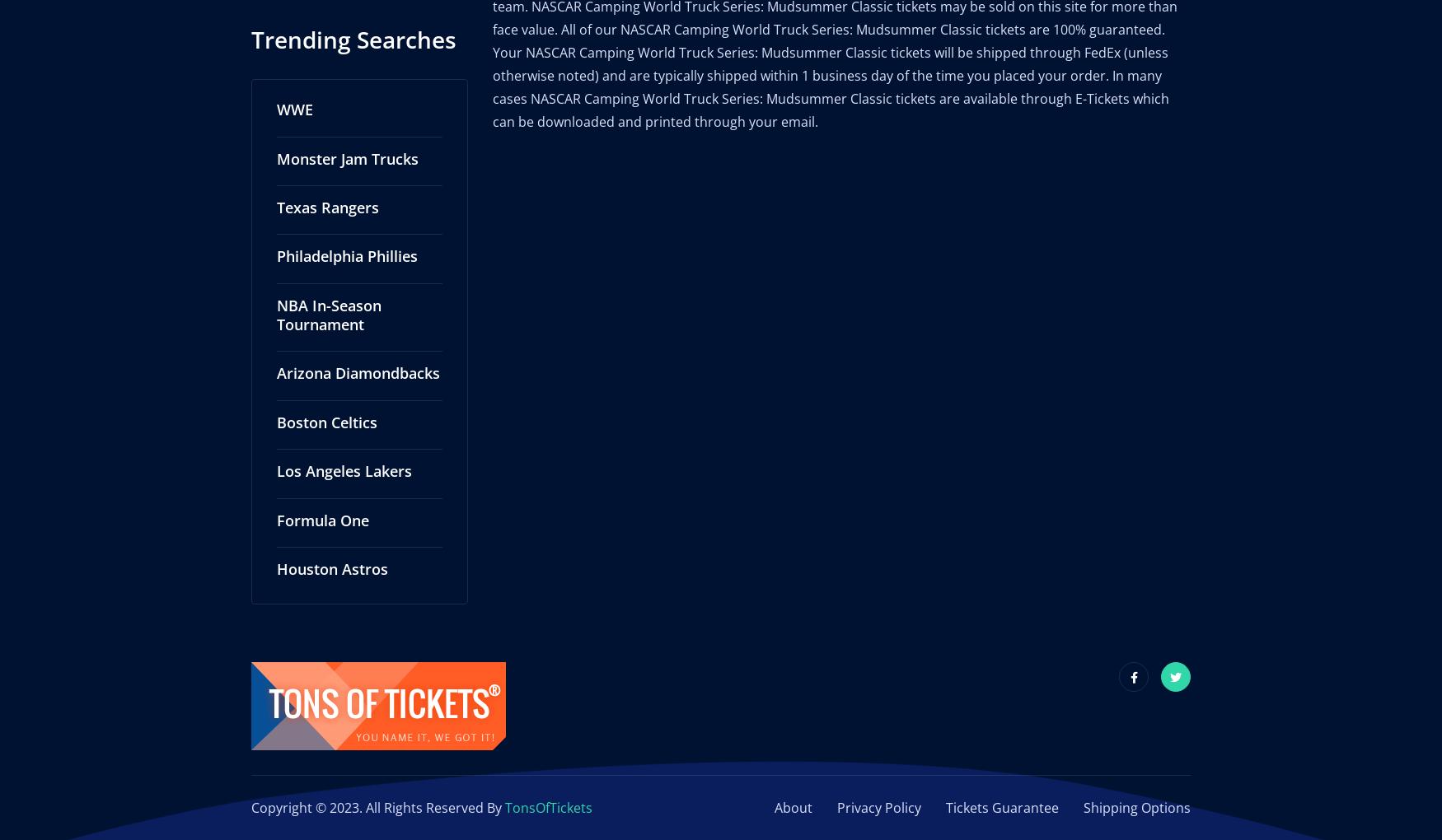 The height and width of the screenshot is (840, 1442). Describe the element at coordinates (505, 789) in the screenshot. I see `'TonsOfTickets'` at that location.